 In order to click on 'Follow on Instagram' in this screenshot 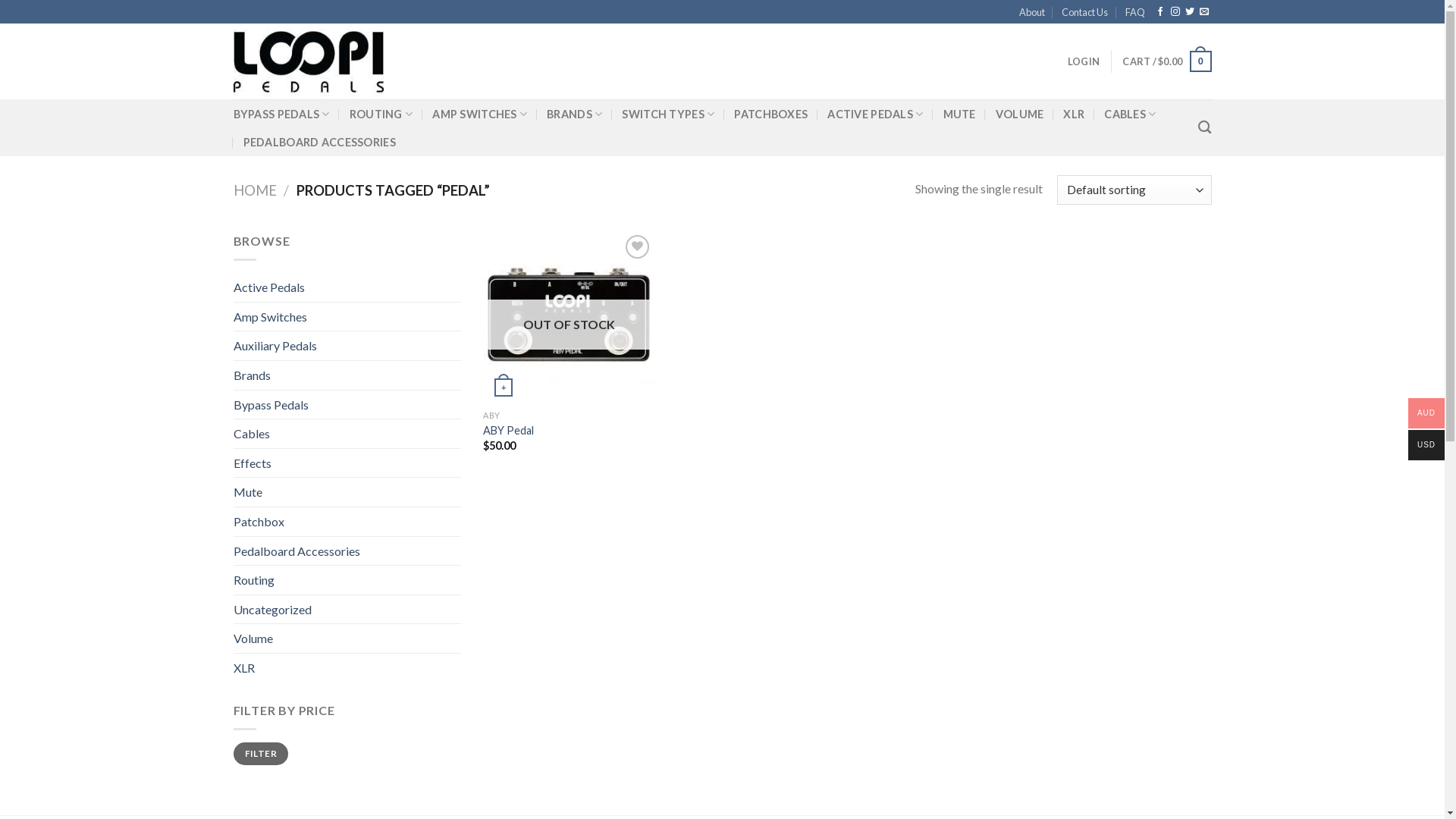, I will do `click(1175, 11)`.